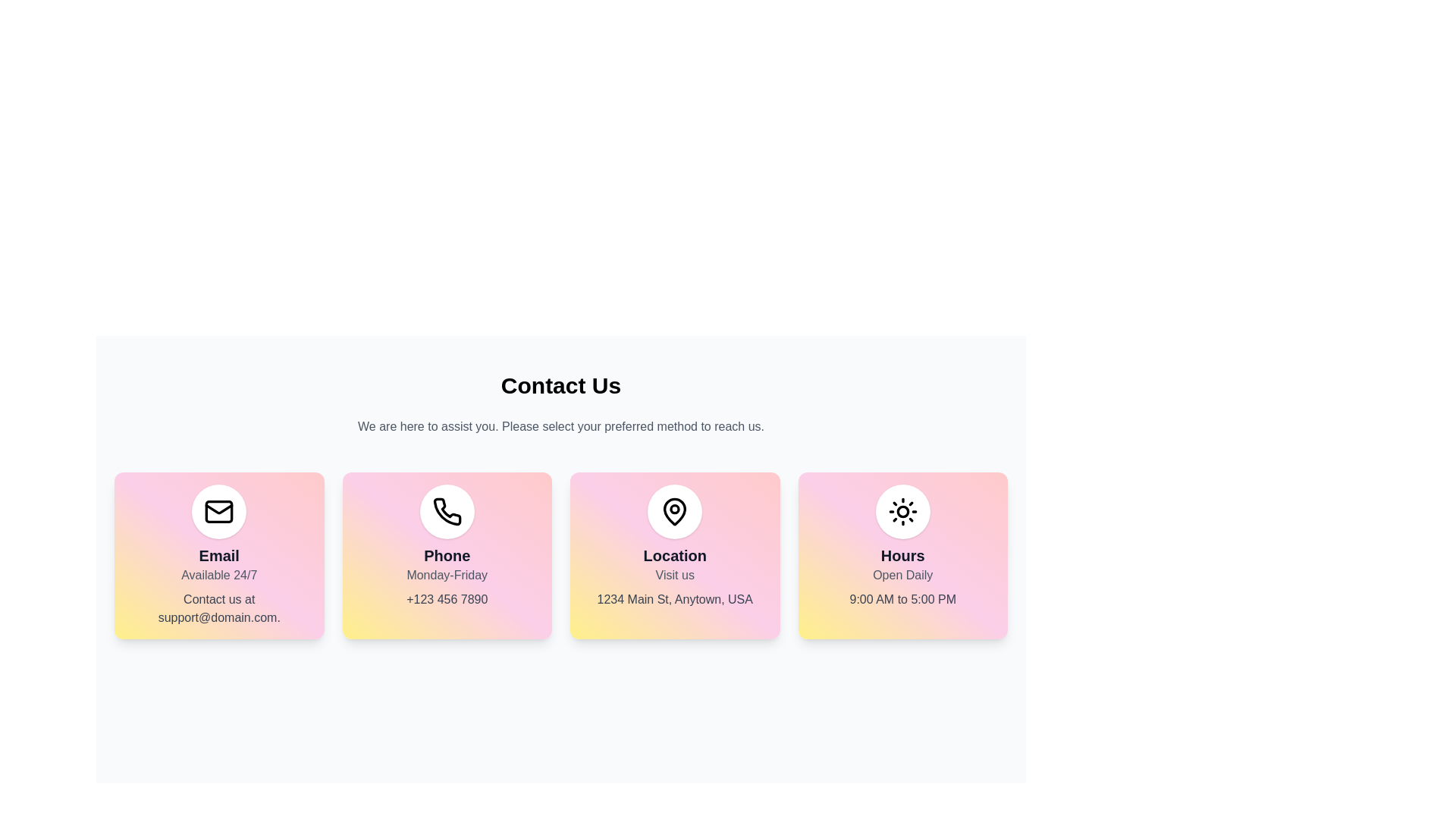  I want to click on the text element that states 'We are here to assist you. Please select your preferred method to reach us.' which is located below the 'Contact Us' heading and above the options grid, so click(560, 427).